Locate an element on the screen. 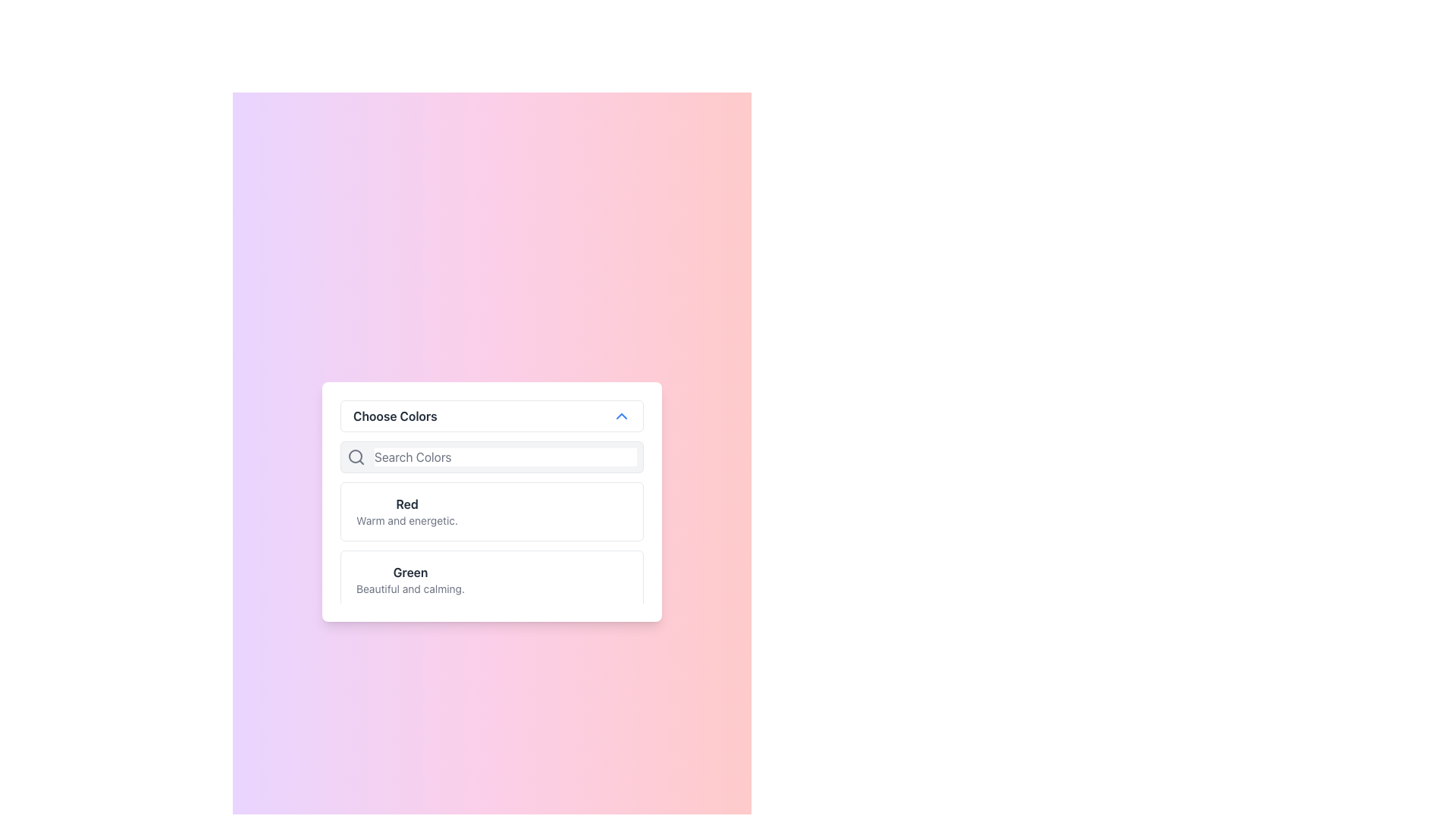 This screenshot has width=1456, height=819. the descriptive subtitle text located below the 'Green' title is located at coordinates (410, 588).